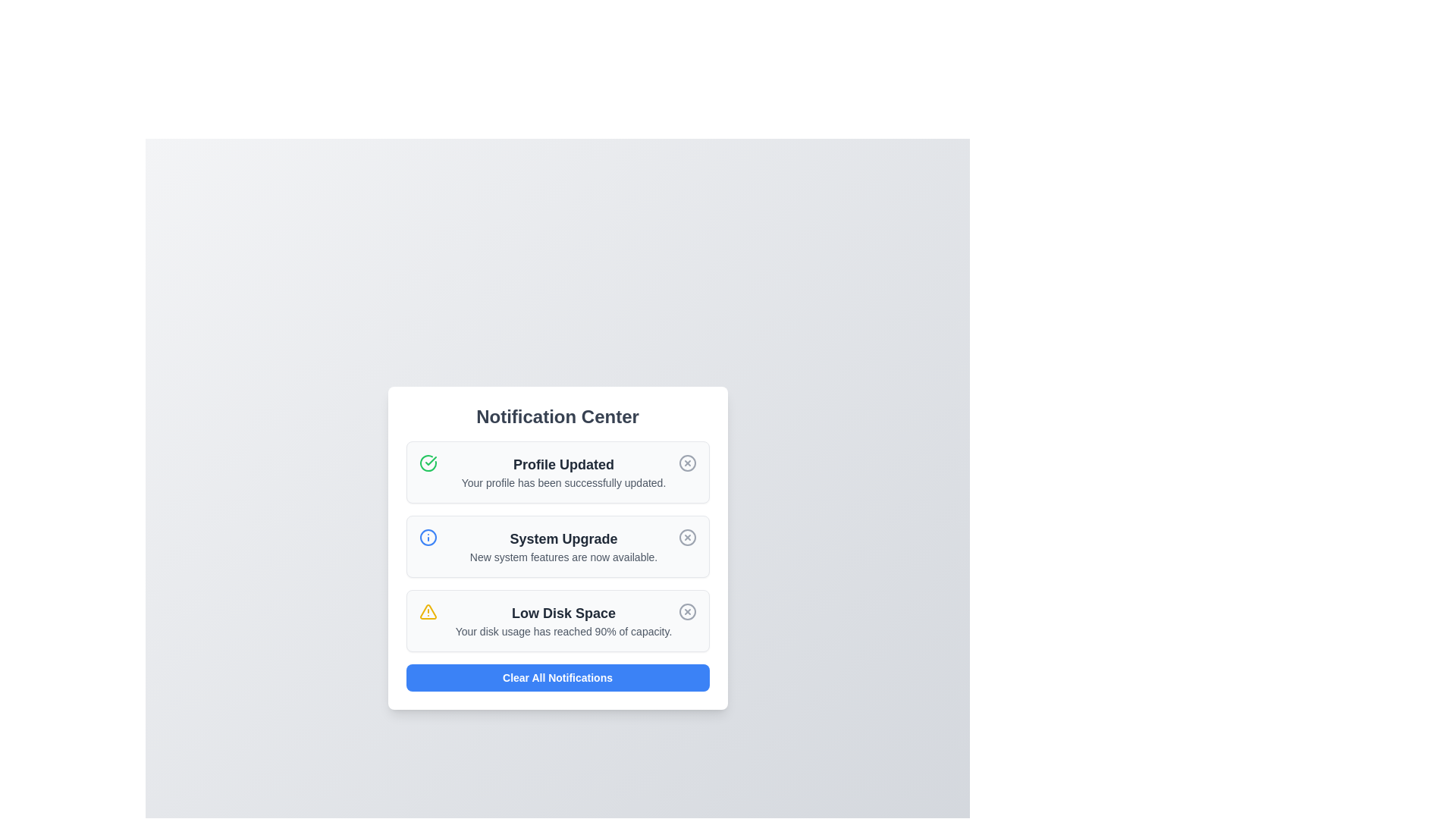 The height and width of the screenshot is (819, 1456). Describe the element at coordinates (427, 537) in the screenshot. I see `the circular vector graphic icon with a blue outline, which serves as a minimalistic information or notification indicator in the notifications panel for 'System Upgrade'` at that location.